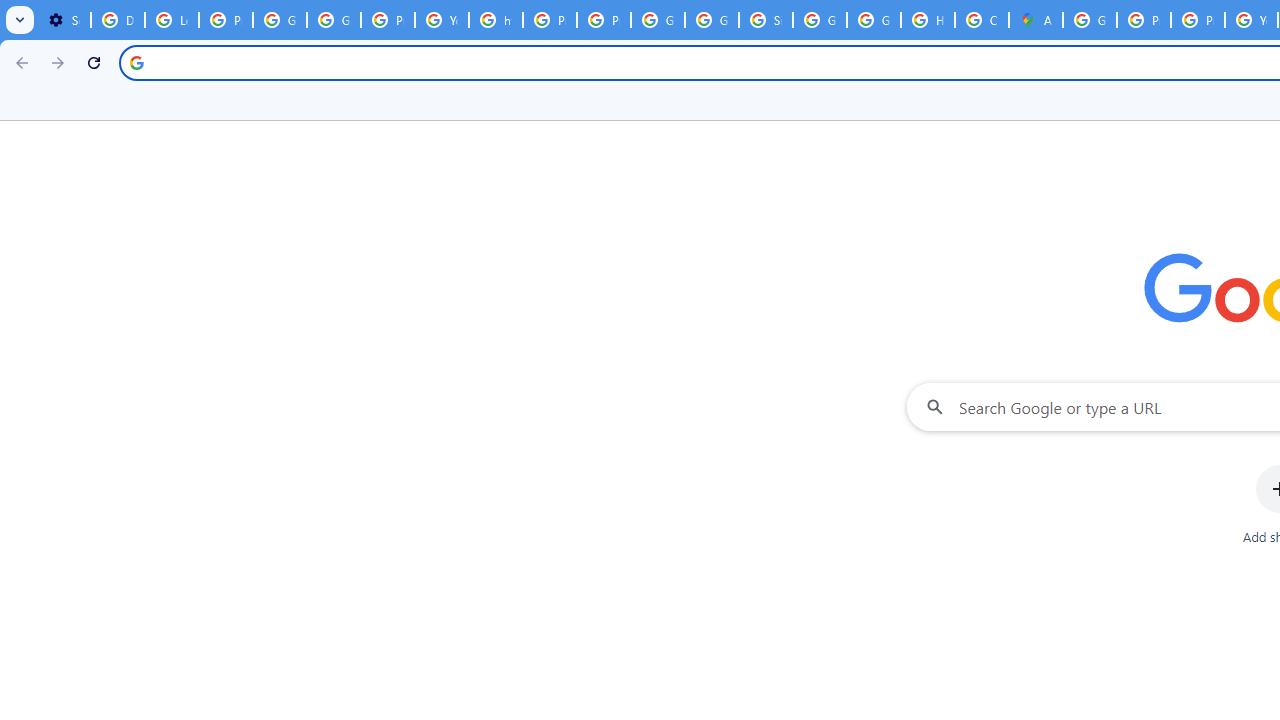 This screenshot has height=720, width=1280. Describe the element at coordinates (981, 20) in the screenshot. I see `'Create your Google Account'` at that location.